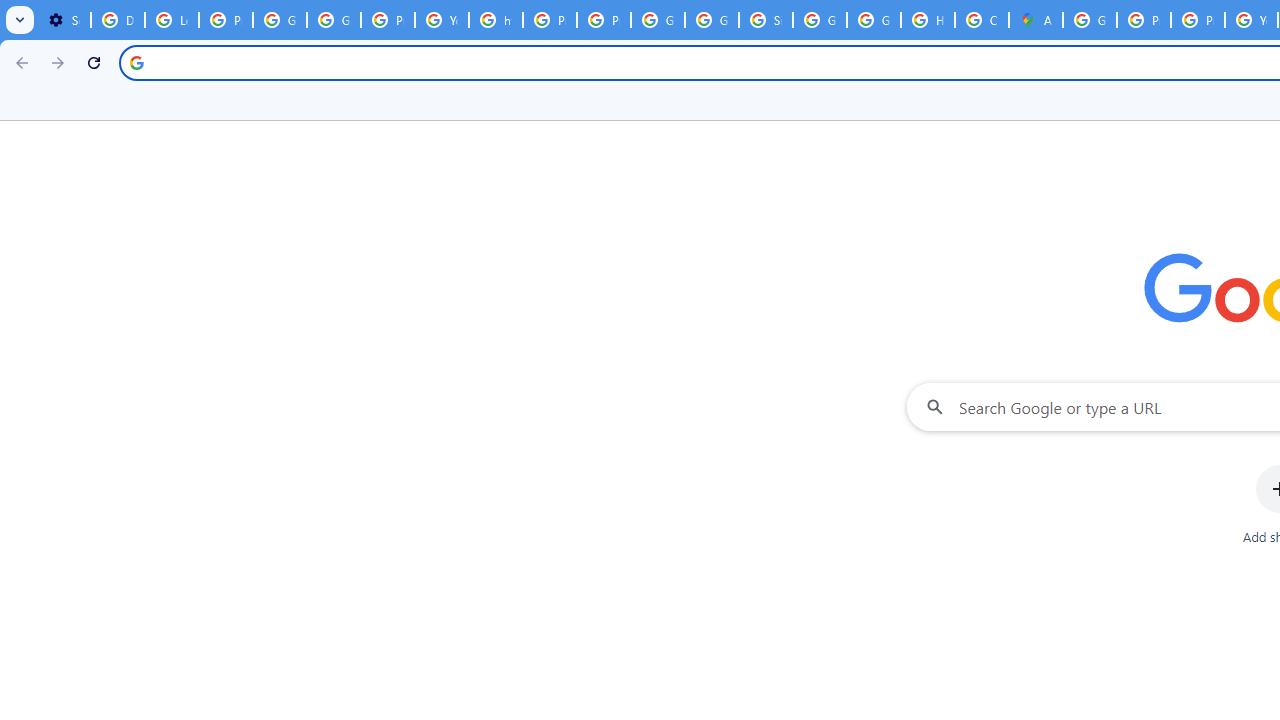 This screenshot has height=720, width=1280. Describe the element at coordinates (981, 20) in the screenshot. I see `'Create your Google Account'` at that location.